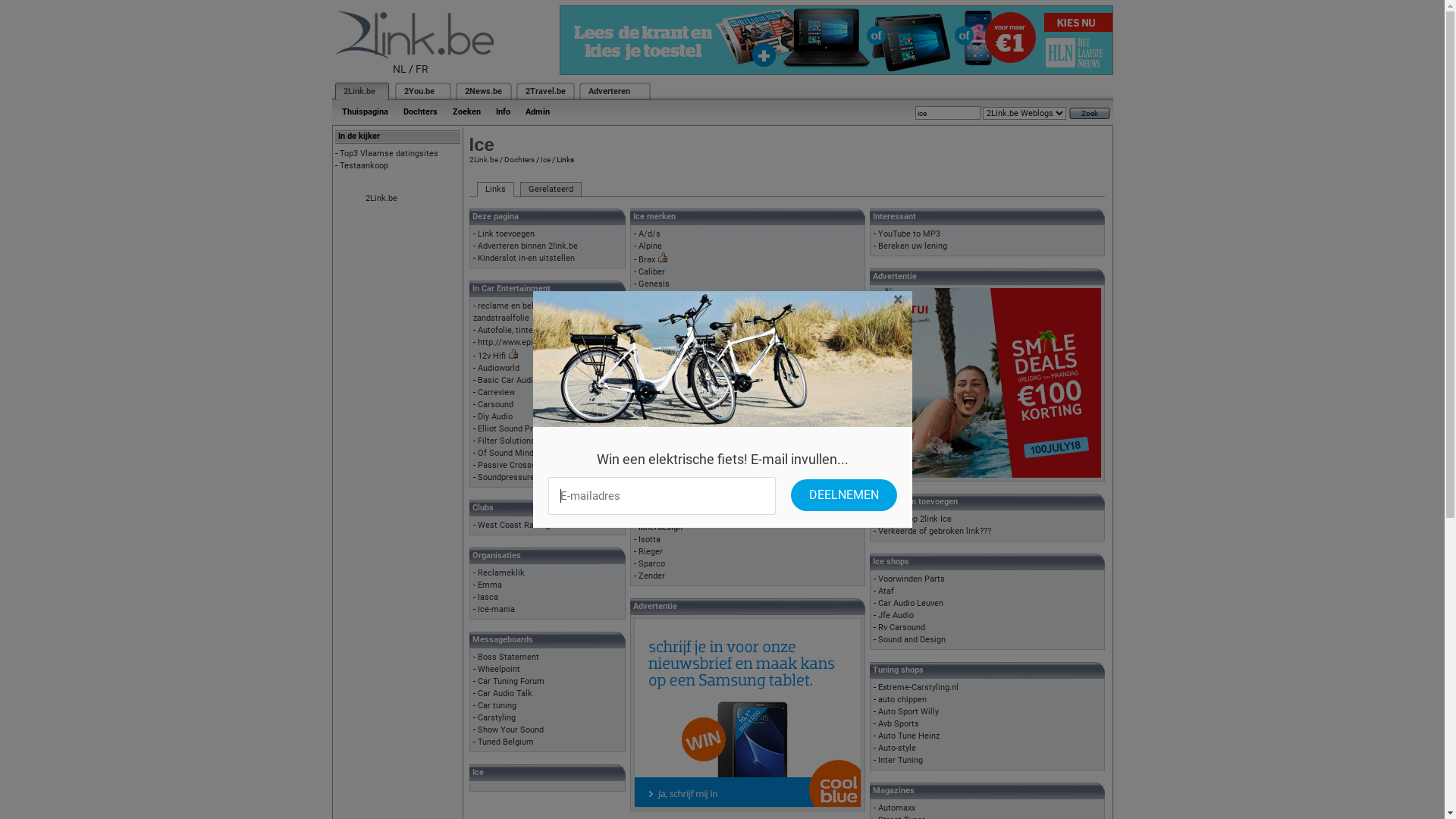  I want to click on 'Link toevoegen', so click(506, 234).